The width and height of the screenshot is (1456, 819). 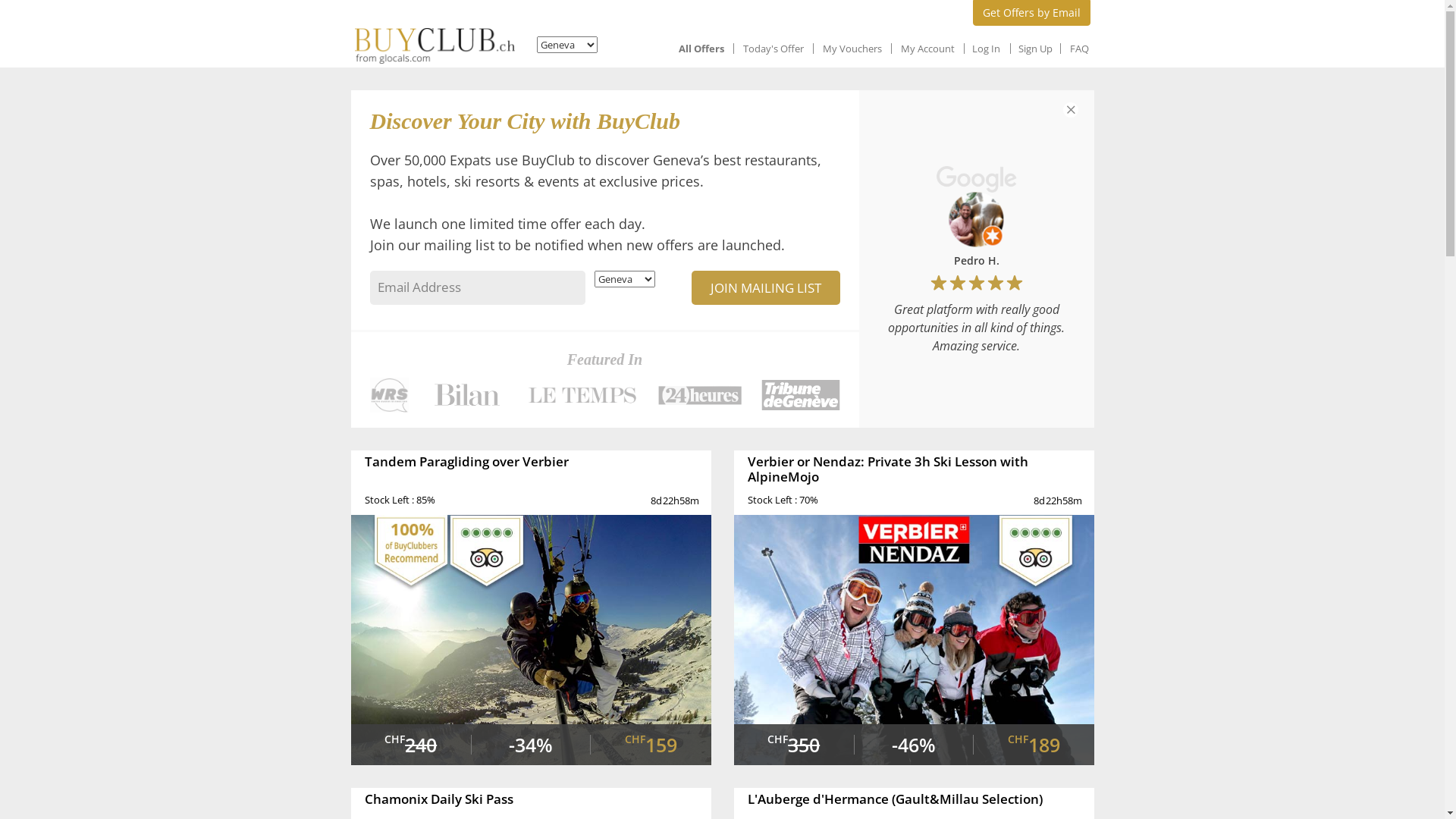 What do you see at coordinates (927, 48) in the screenshot?
I see `'My Account'` at bounding box center [927, 48].